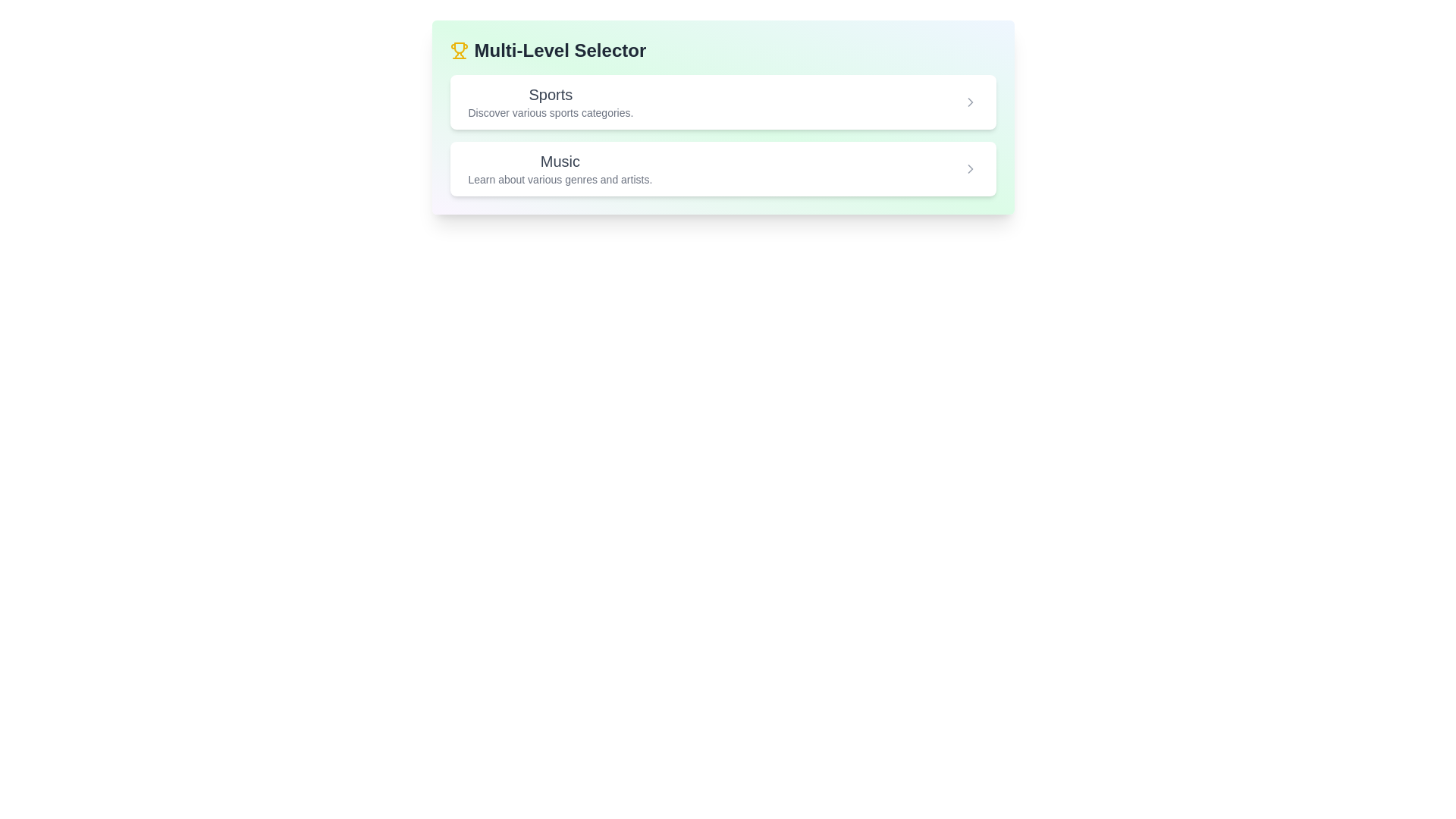  What do you see at coordinates (559, 161) in the screenshot?
I see `the static text element labeled 'Music', which serves as a title for the corresponding list item in the Multi-Level Selector section` at bounding box center [559, 161].